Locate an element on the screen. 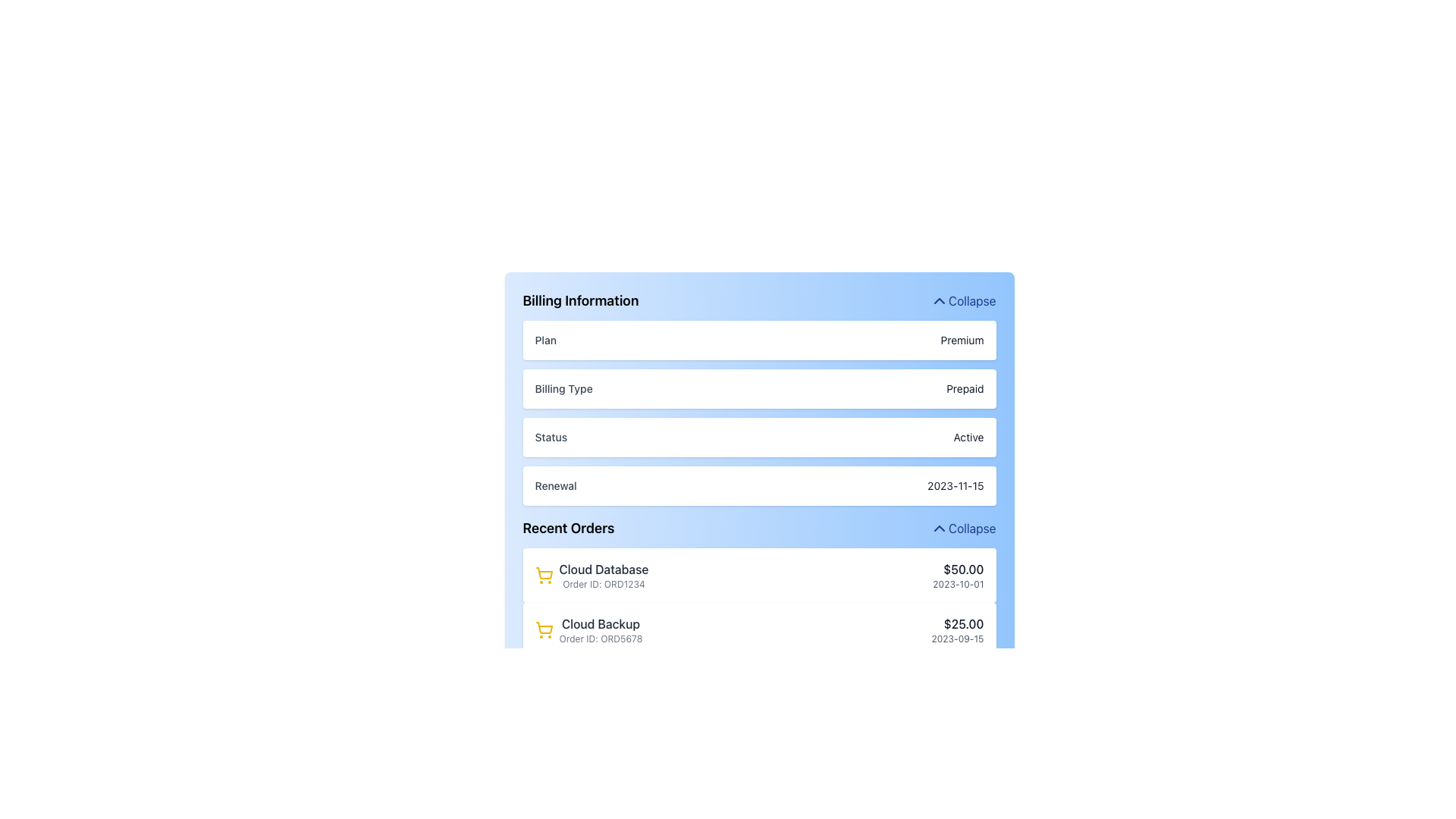  the small text label displaying 'Order ID: ORD1234' in a gray font, which is located beneath the 'Cloud Database' title in the 'Recent Orders' section is located at coordinates (603, 584).